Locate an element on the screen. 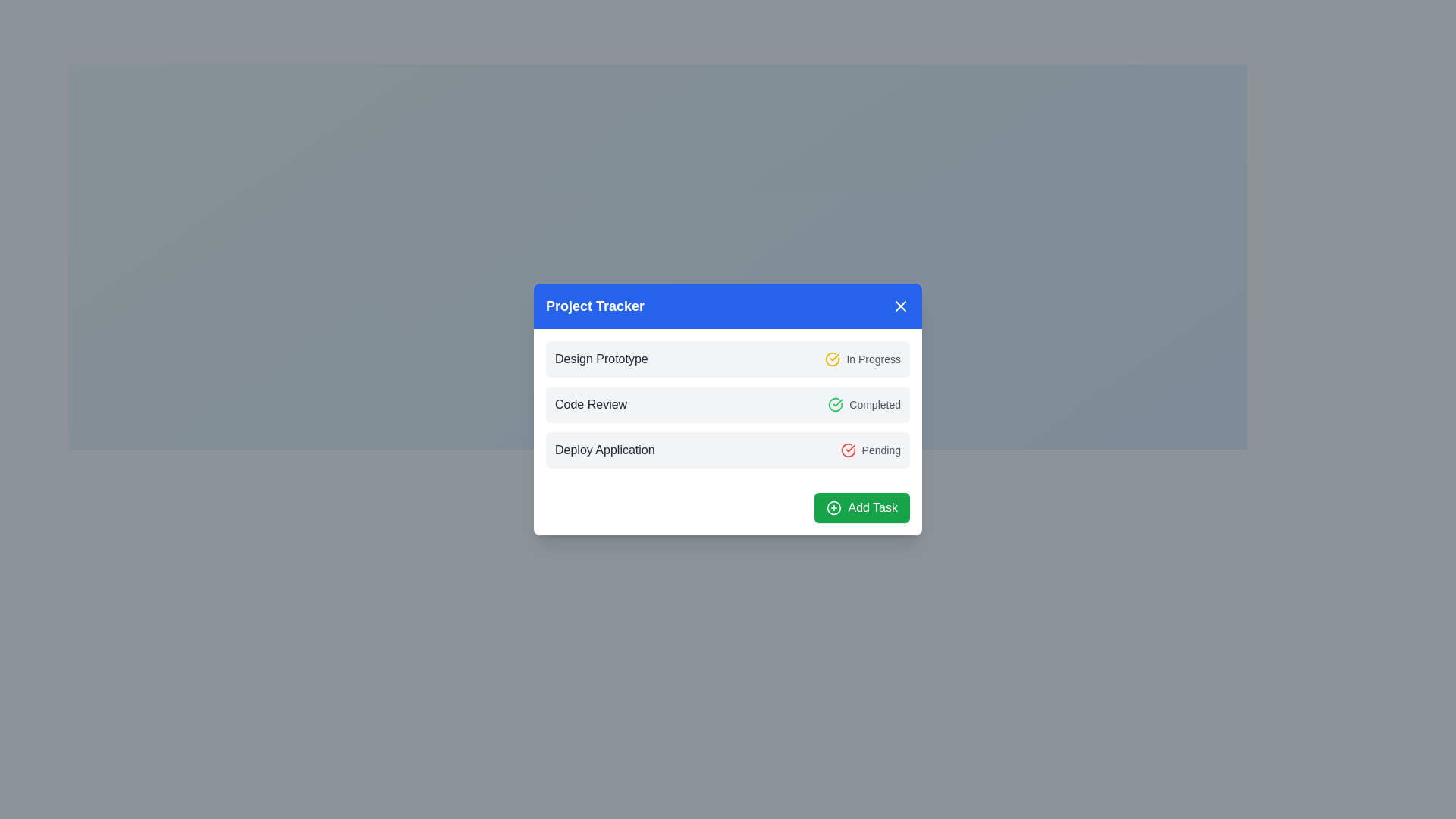 The image size is (1456, 819). the 'Deploy Application' text label in the third entry of the task list within the Project Tracker interface is located at coordinates (604, 450).